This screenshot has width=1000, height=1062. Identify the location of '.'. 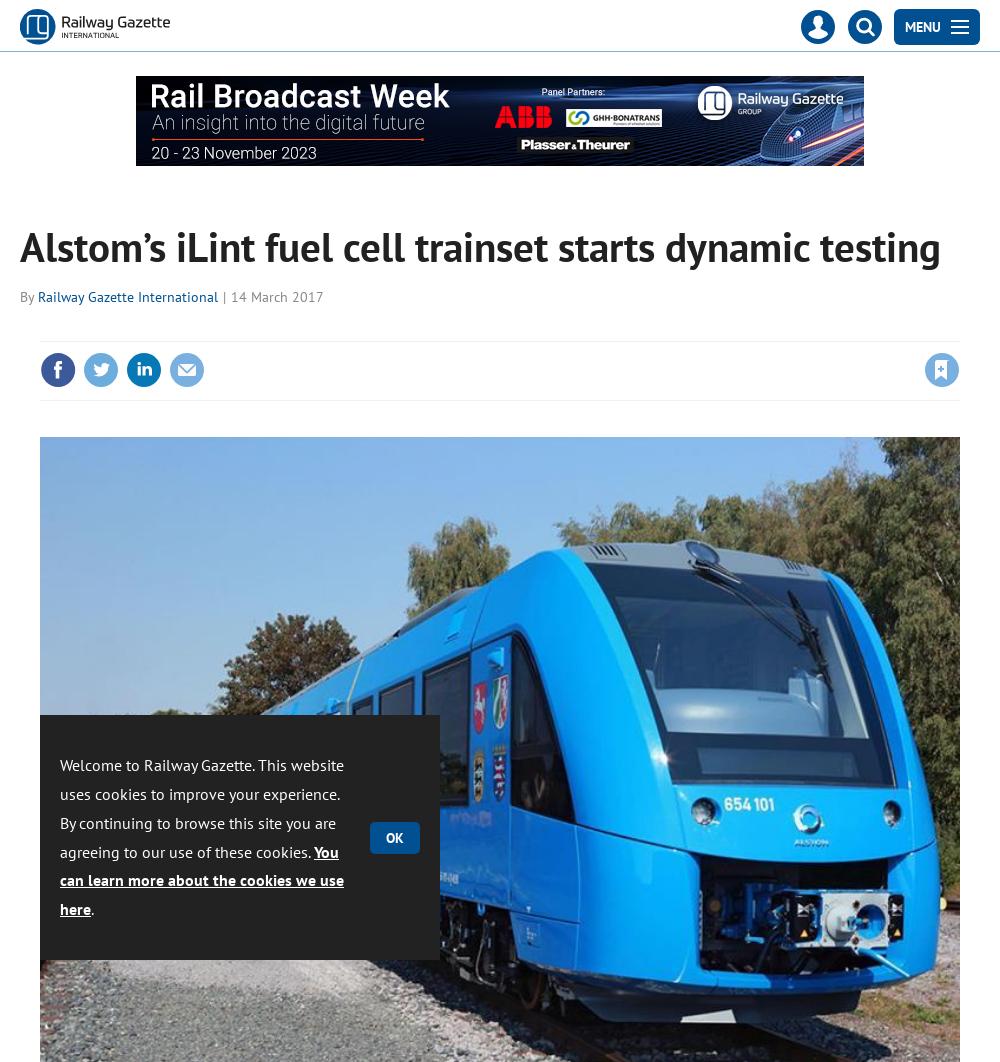
(91, 907).